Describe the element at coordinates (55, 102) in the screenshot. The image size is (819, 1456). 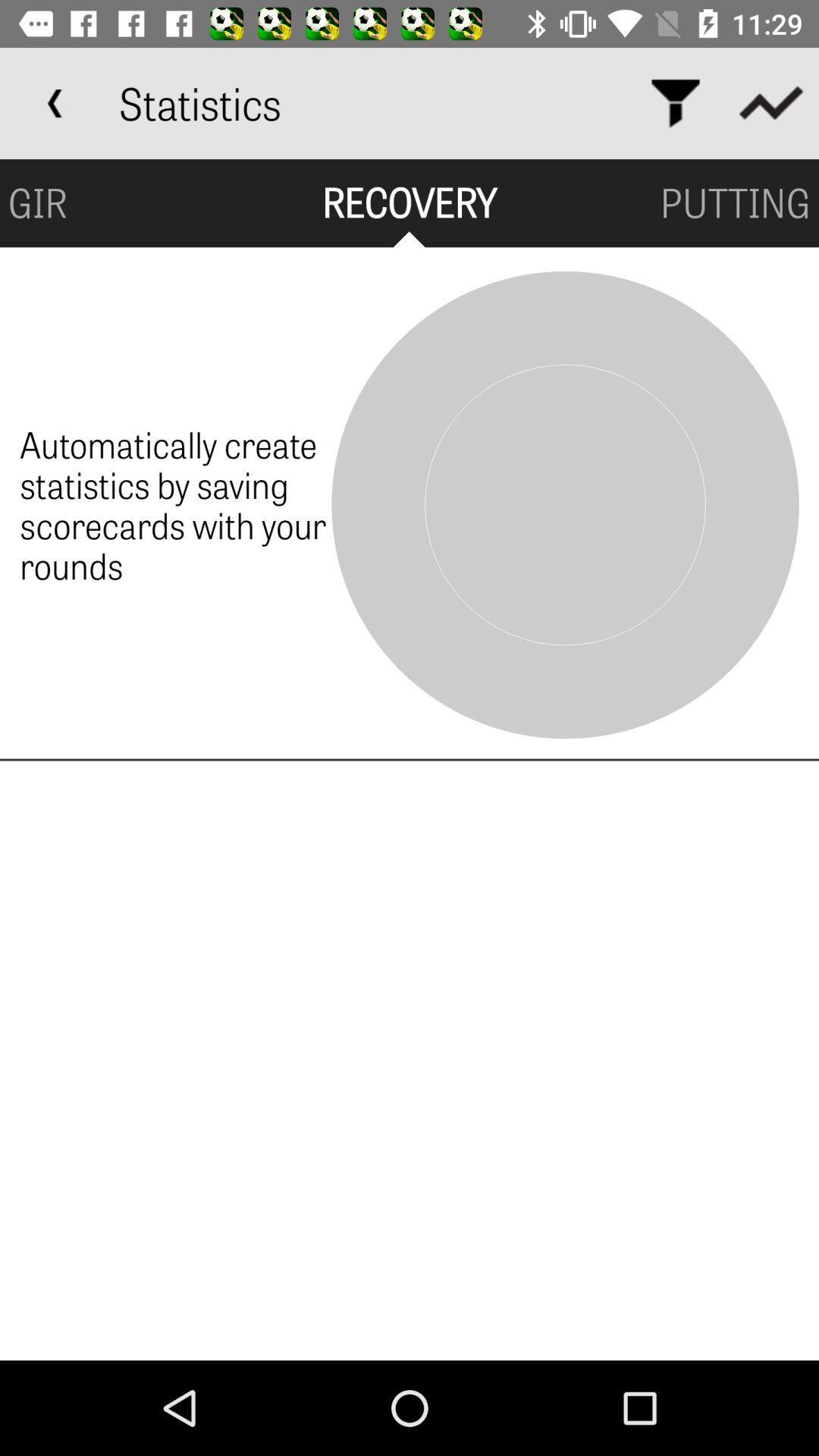
I see `the app next to the statistics app` at that location.